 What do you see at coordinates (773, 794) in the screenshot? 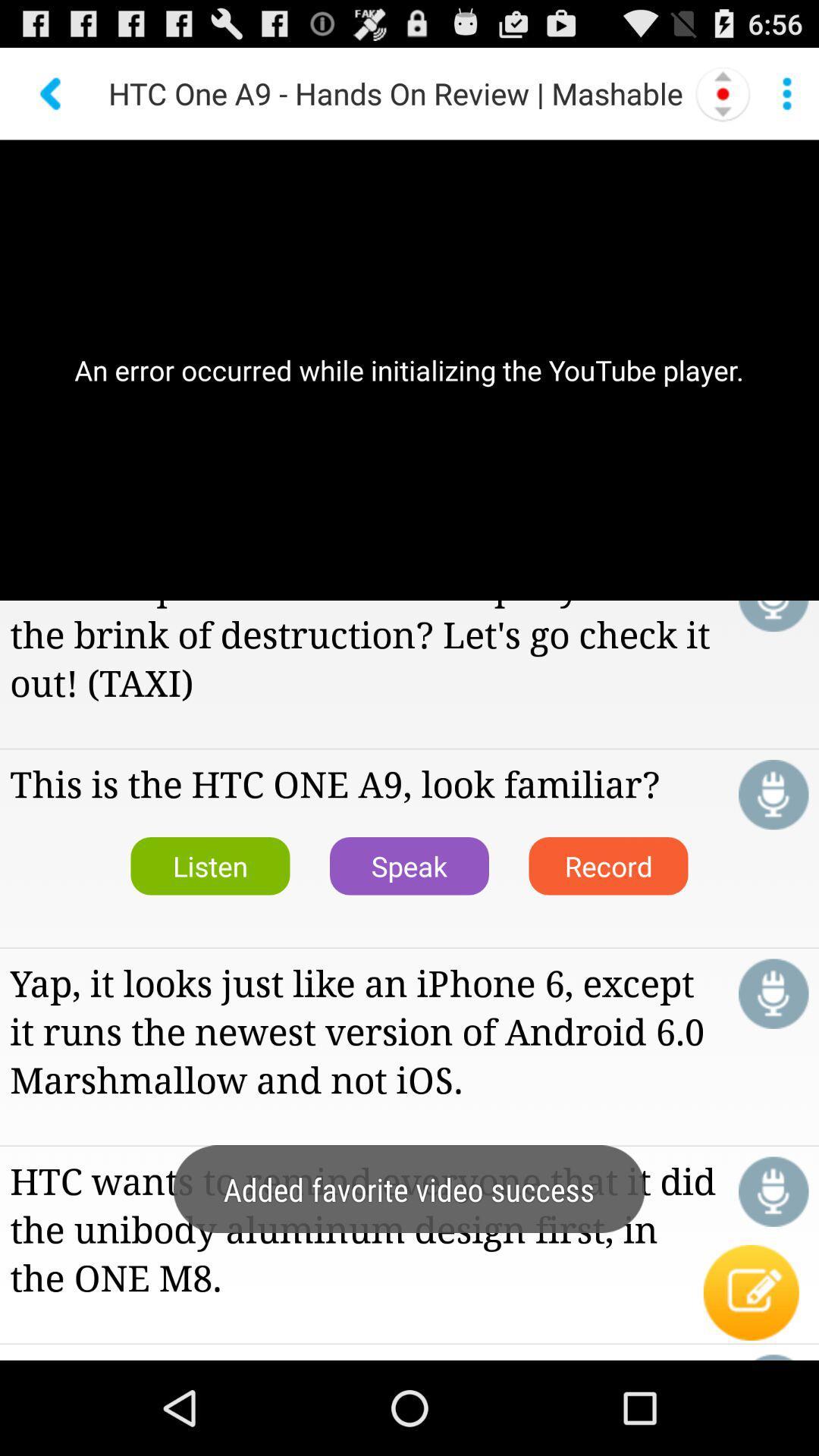
I see `favorite` at bounding box center [773, 794].